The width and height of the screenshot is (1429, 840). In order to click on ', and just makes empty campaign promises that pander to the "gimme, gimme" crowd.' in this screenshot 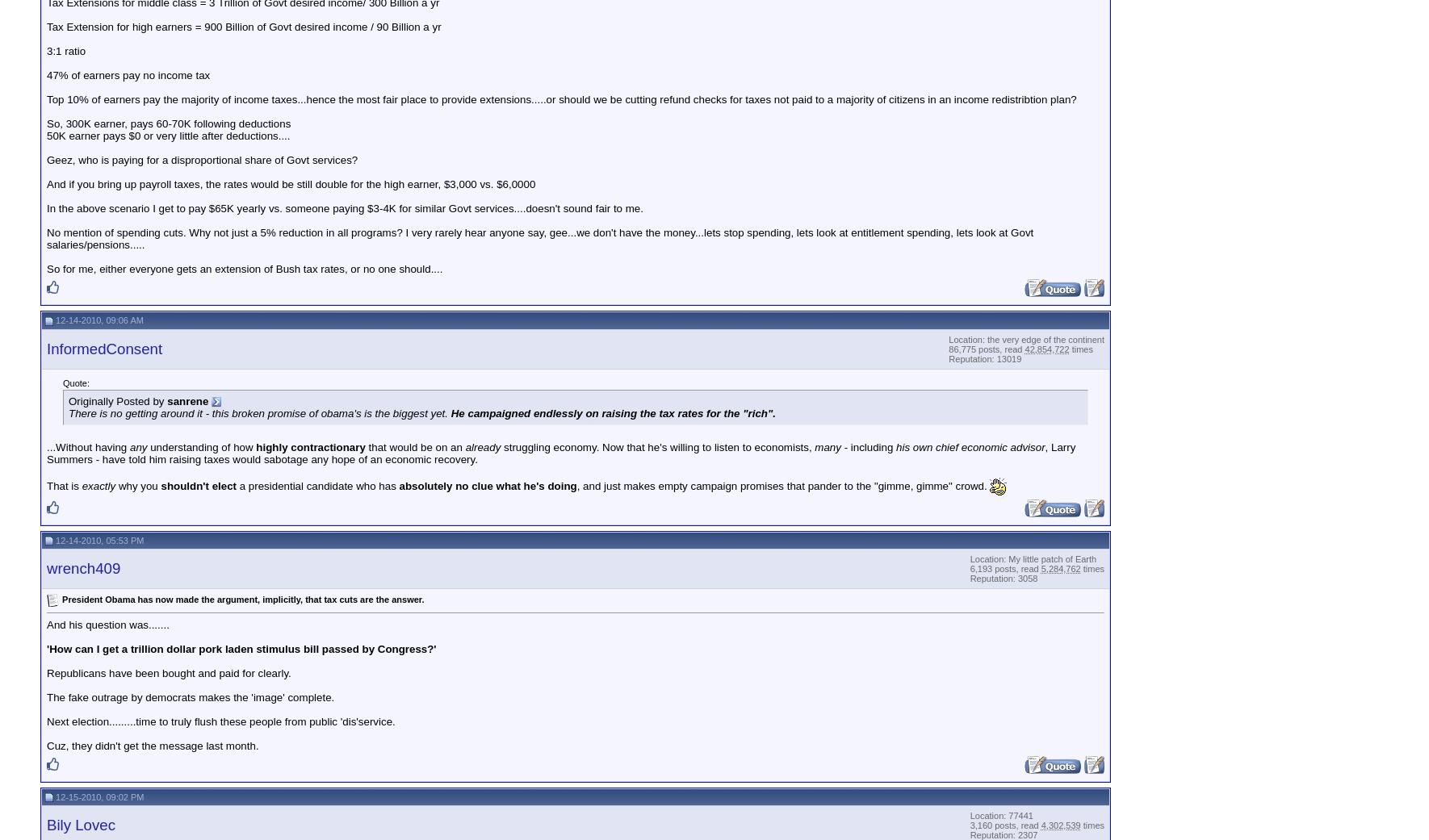, I will do `click(782, 485)`.